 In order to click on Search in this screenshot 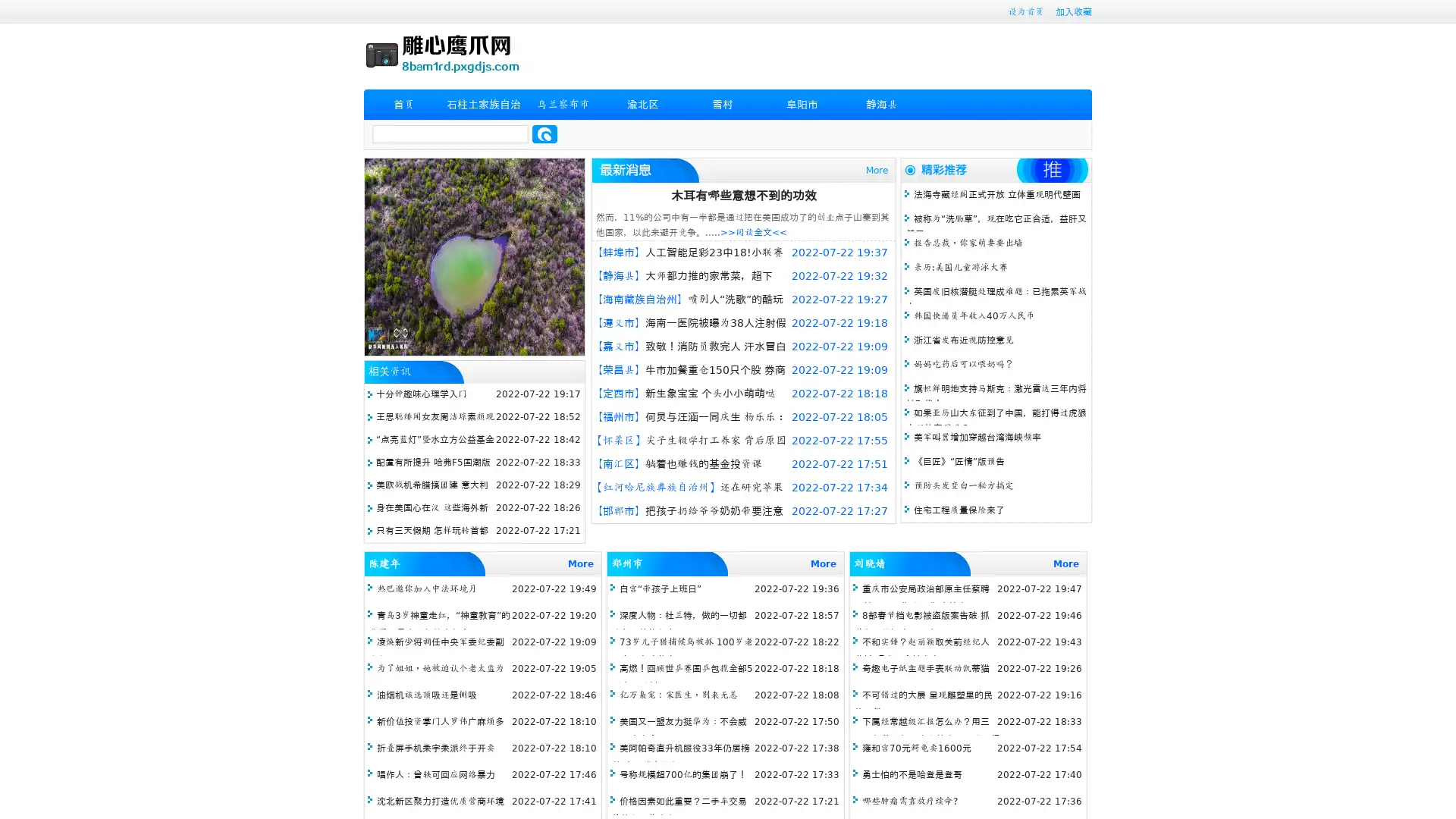, I will do `click(544, 133)`.